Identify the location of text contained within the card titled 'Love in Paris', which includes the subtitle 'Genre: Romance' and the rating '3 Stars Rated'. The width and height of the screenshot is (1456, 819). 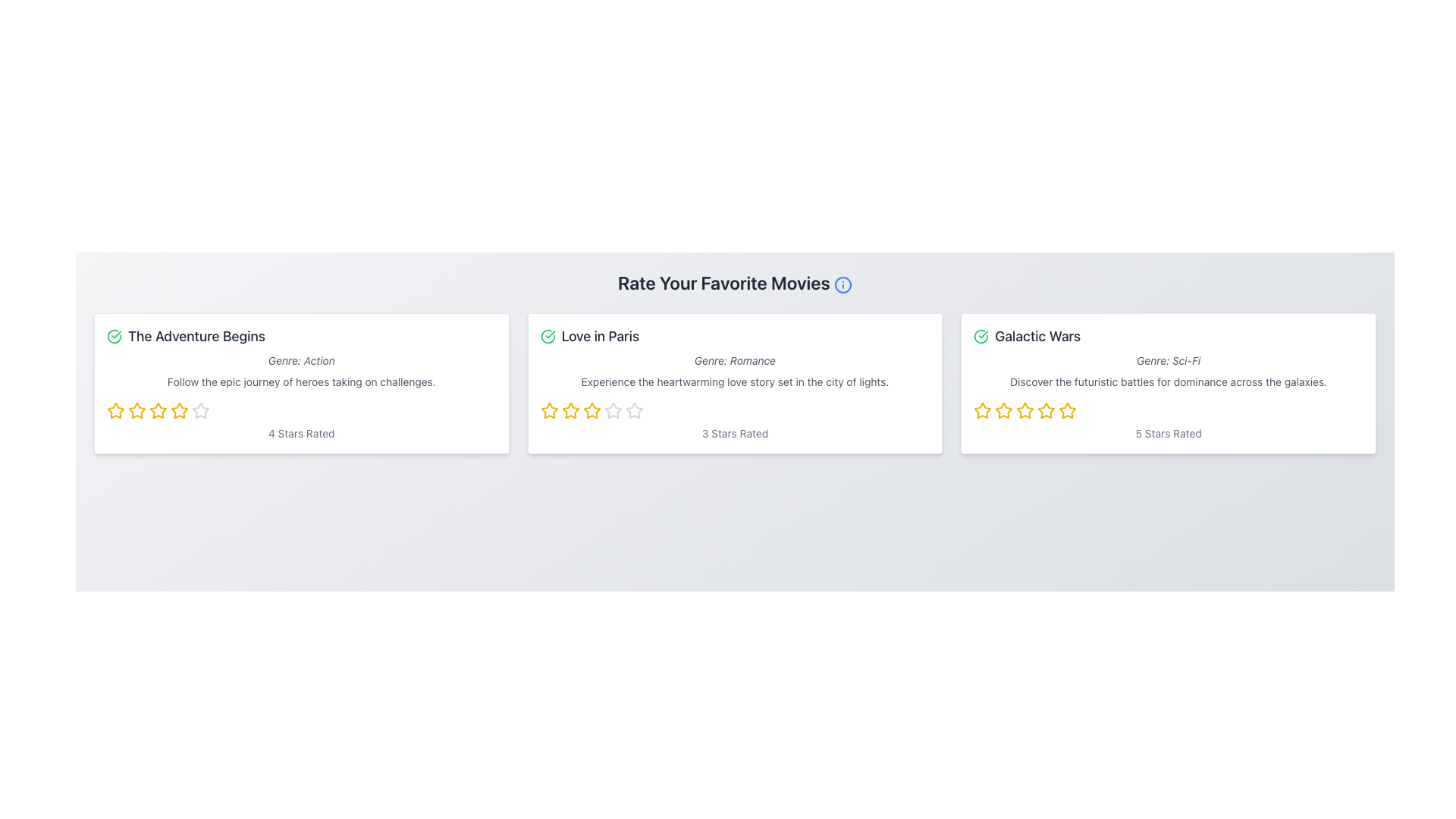
(735, 382).